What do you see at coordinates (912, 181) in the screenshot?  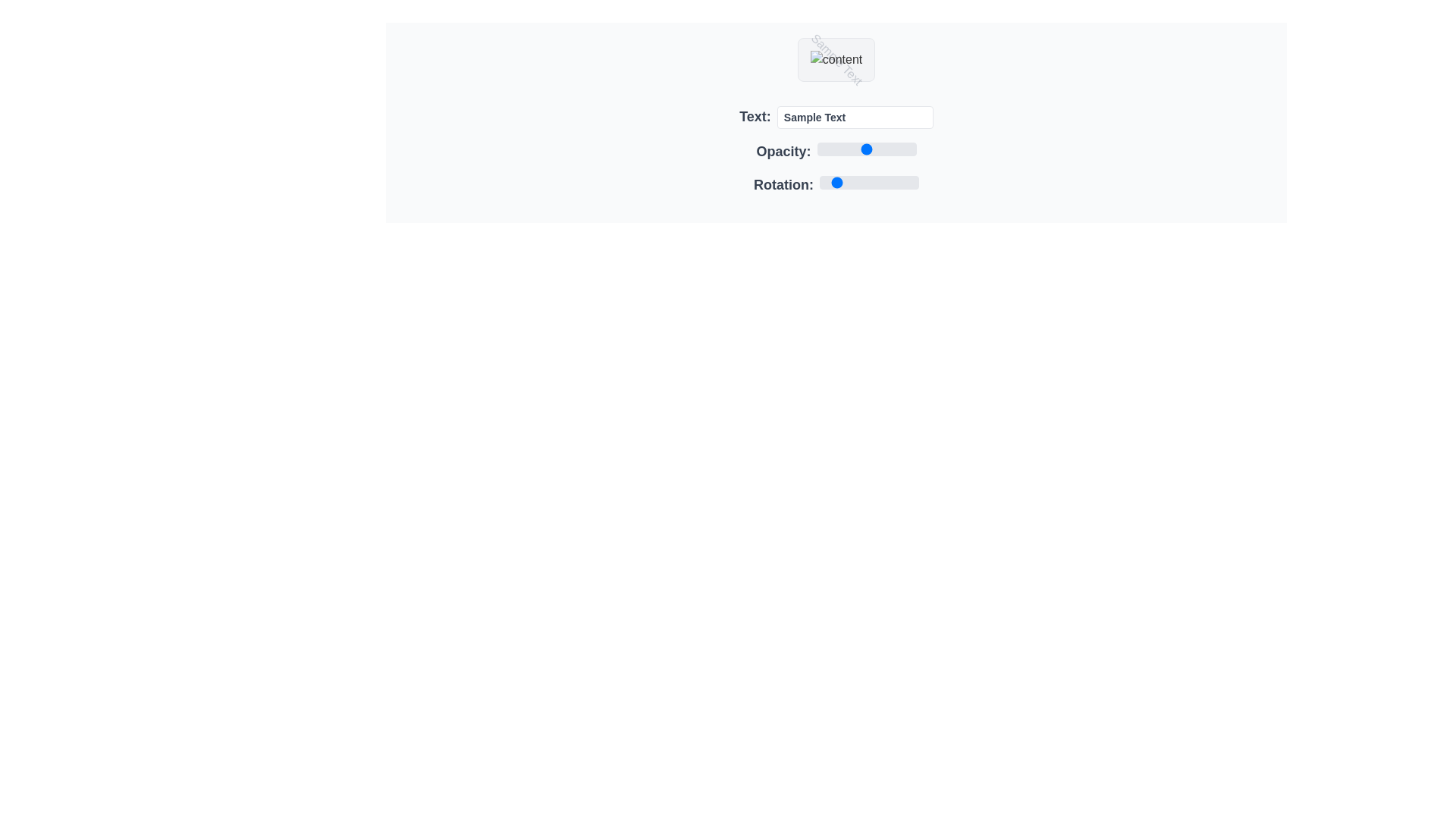 I see `rotation` at bounding box center [912, 181].